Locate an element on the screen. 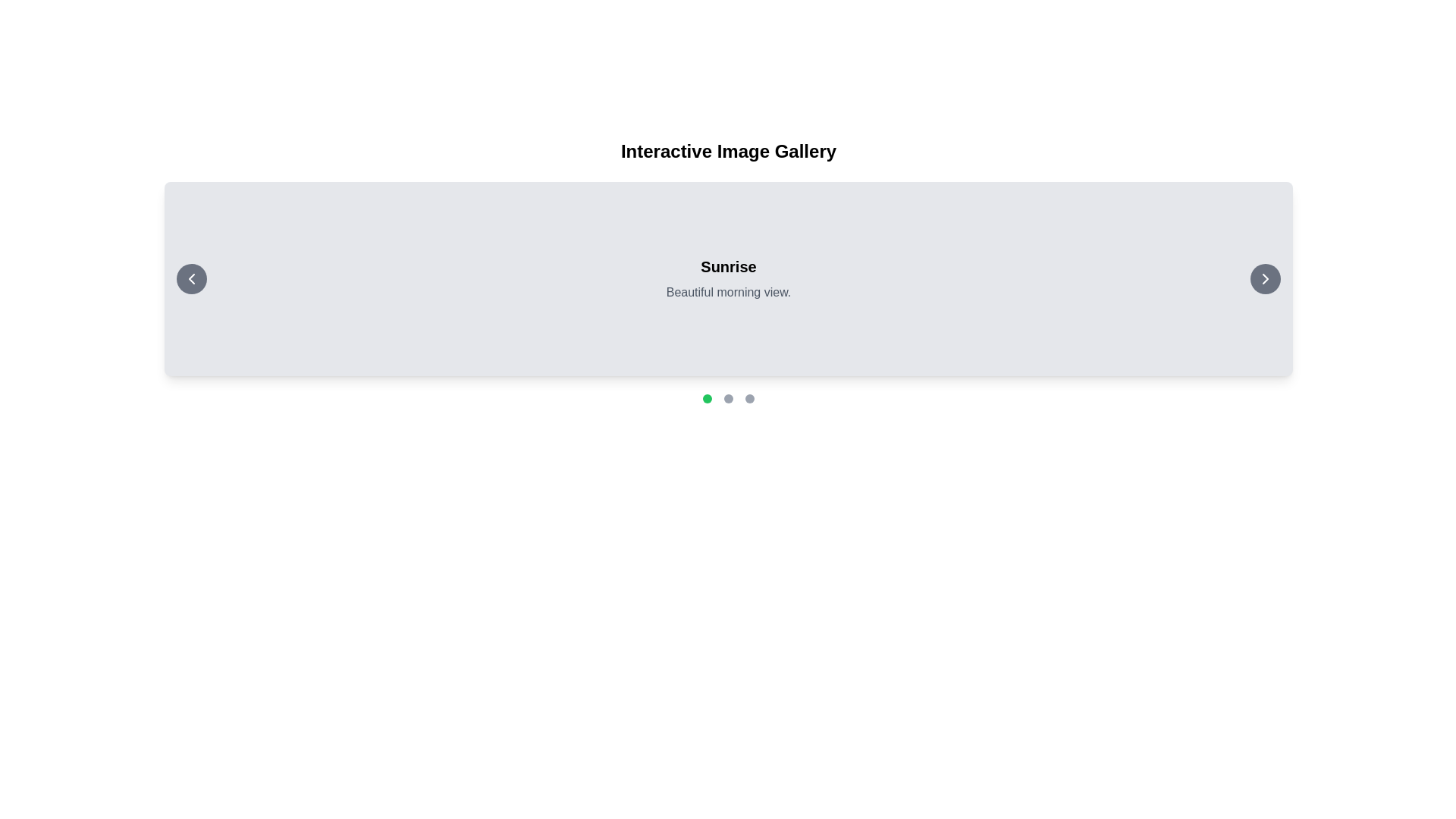 The image size is (1456, 819). the left-pointing arrow icon within the circular button in the left navigation area of the image gallery is located at coordinates (191, 278).